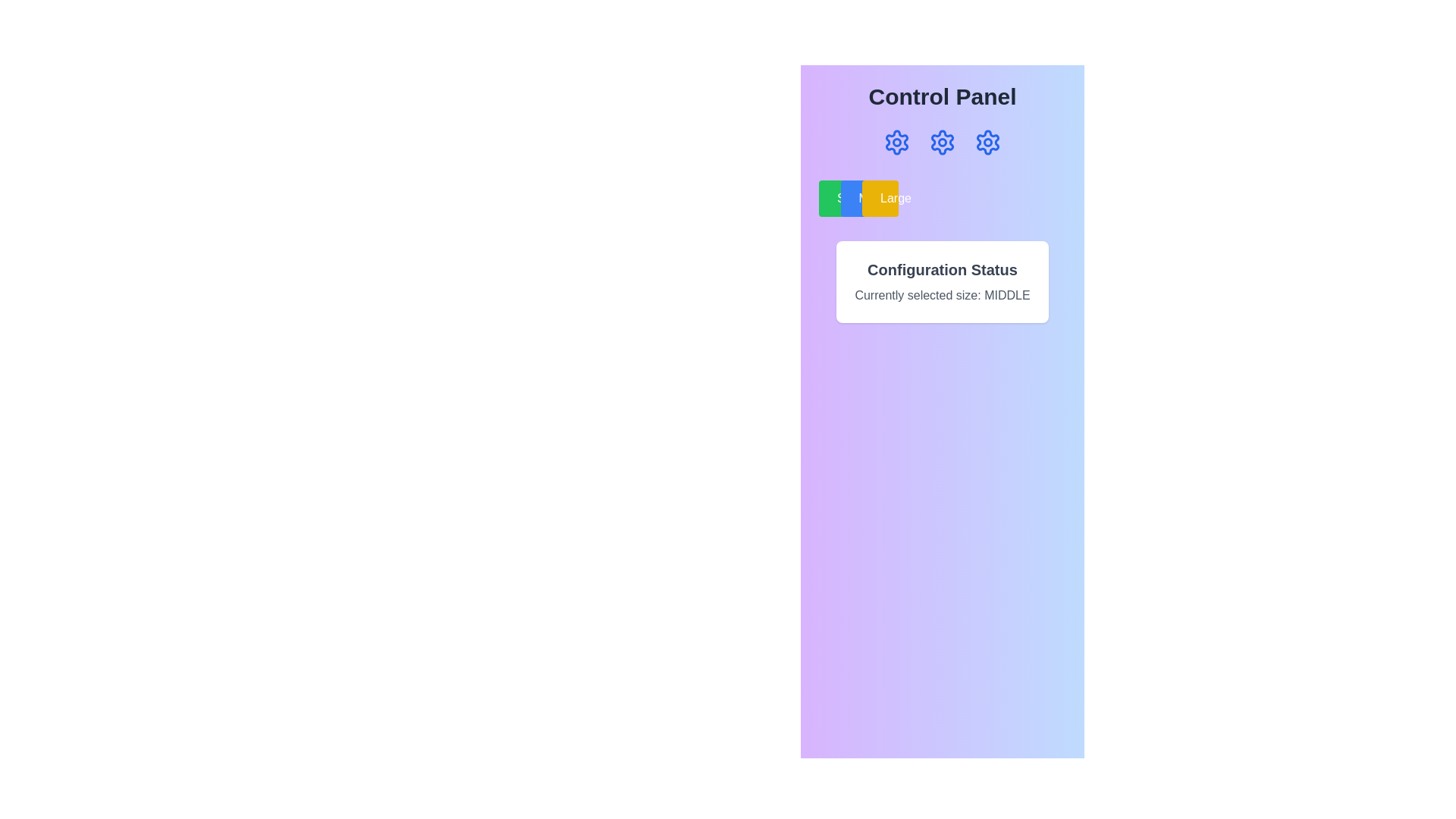 The image size is (1456, 819). I want to click on the decorative graphic (circle within SVG) that emphasizes a feature or status within the first gear icon located in the top-center section of the interface, so click(896, 143).